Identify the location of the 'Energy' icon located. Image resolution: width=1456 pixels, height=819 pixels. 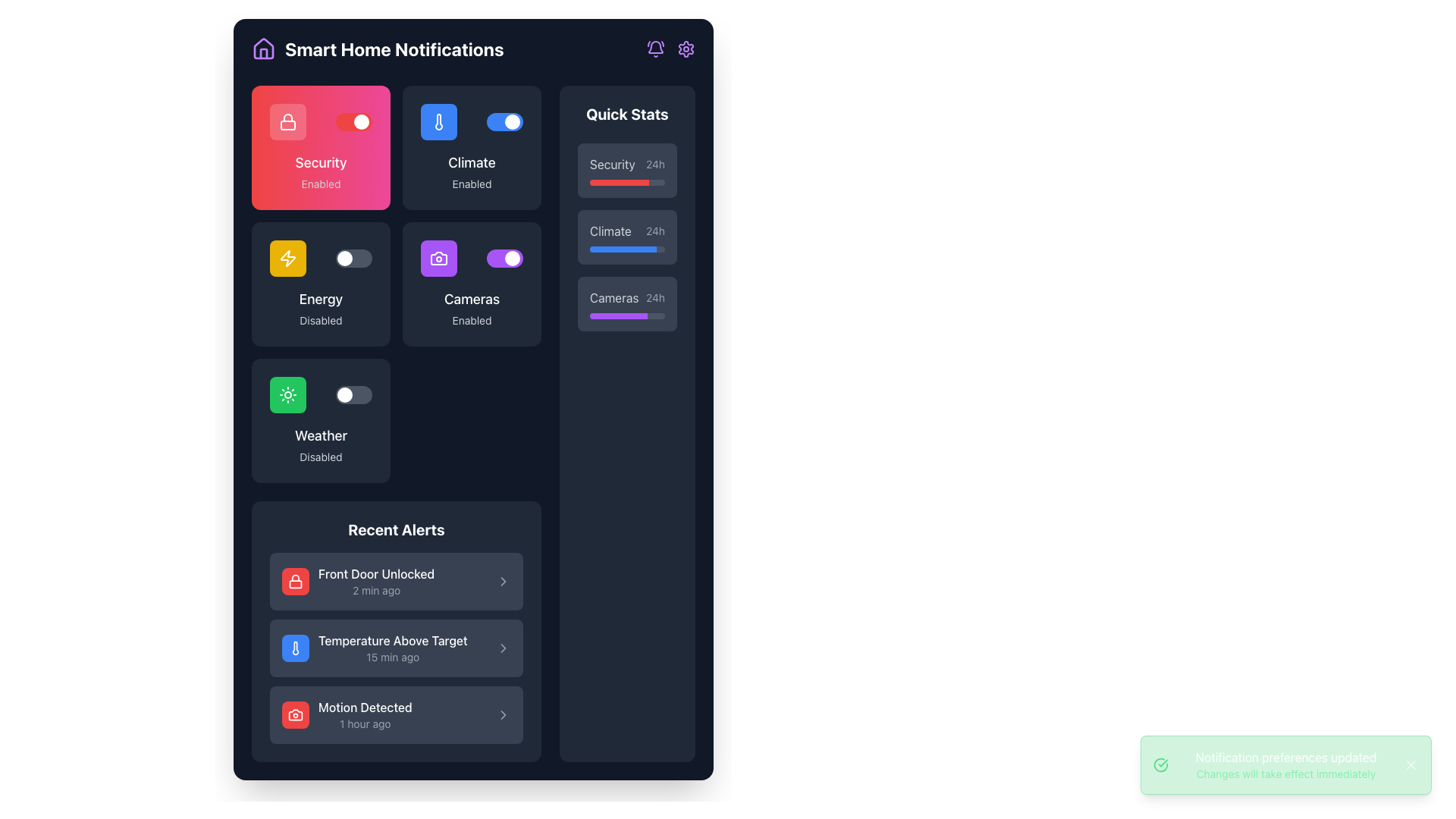
(287, 257).